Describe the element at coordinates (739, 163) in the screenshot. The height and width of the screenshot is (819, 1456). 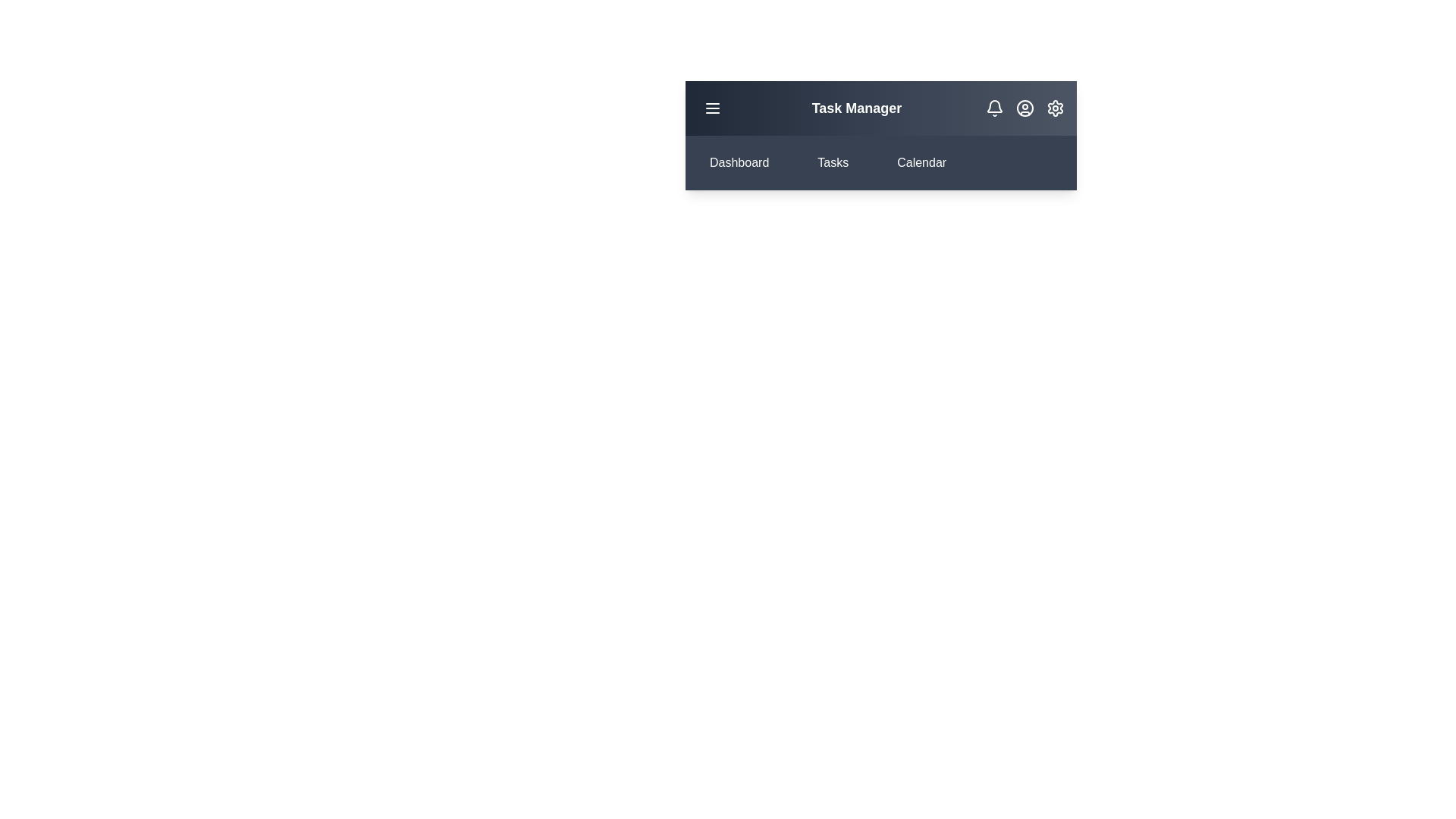
I see `the 'Dashboard' button to navigate to the 'Dashboard' section` at that location.